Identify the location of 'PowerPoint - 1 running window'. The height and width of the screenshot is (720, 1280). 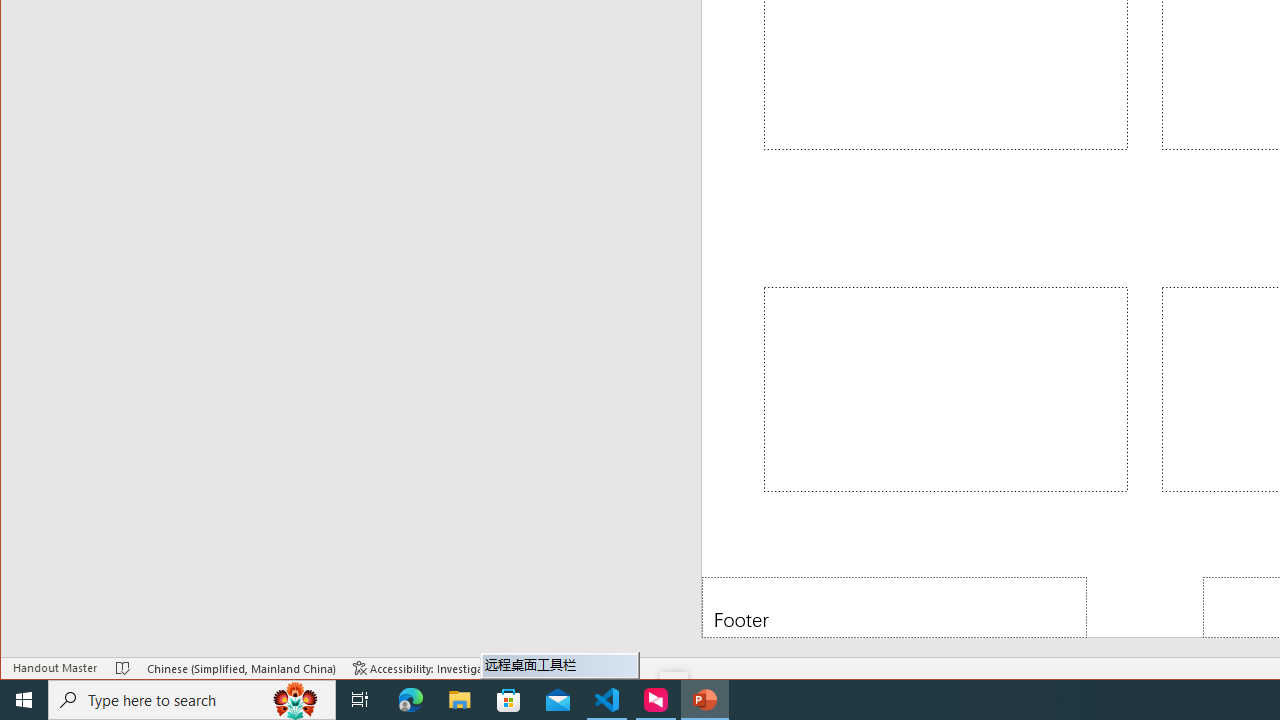
(705, 698).